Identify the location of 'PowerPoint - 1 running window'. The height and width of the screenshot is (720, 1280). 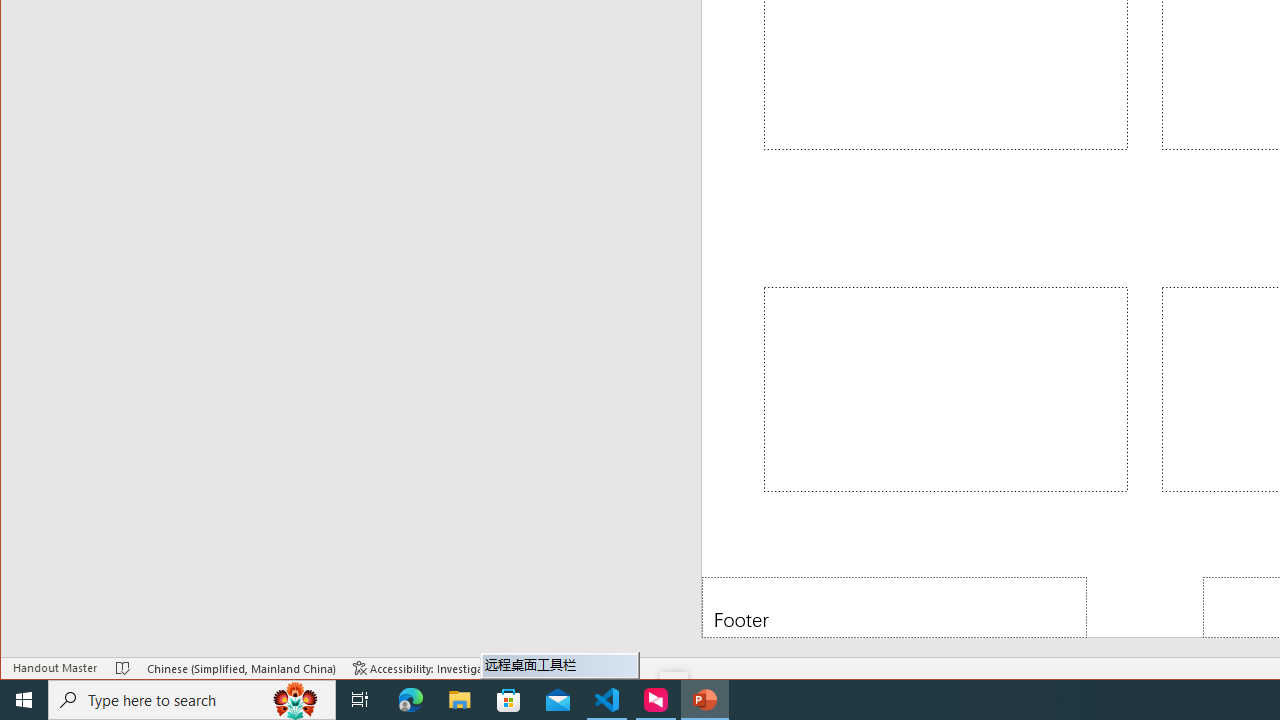
(705, 698).